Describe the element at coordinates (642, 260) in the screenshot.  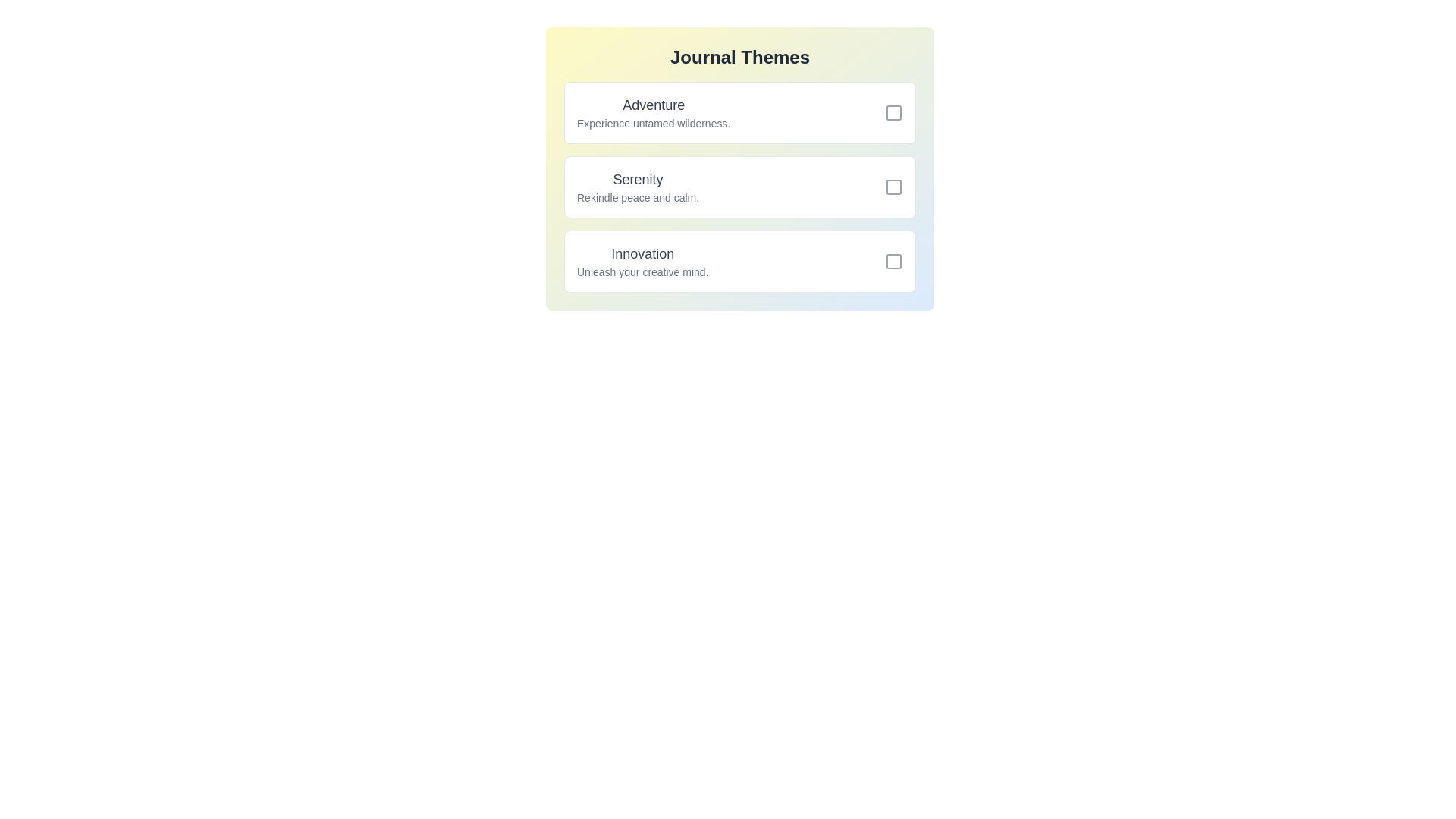
I see `text block titled 'Innovation' which contains the description 'Unleash your creative mind.' positioned in the 'Journal Themes' section` at that location.